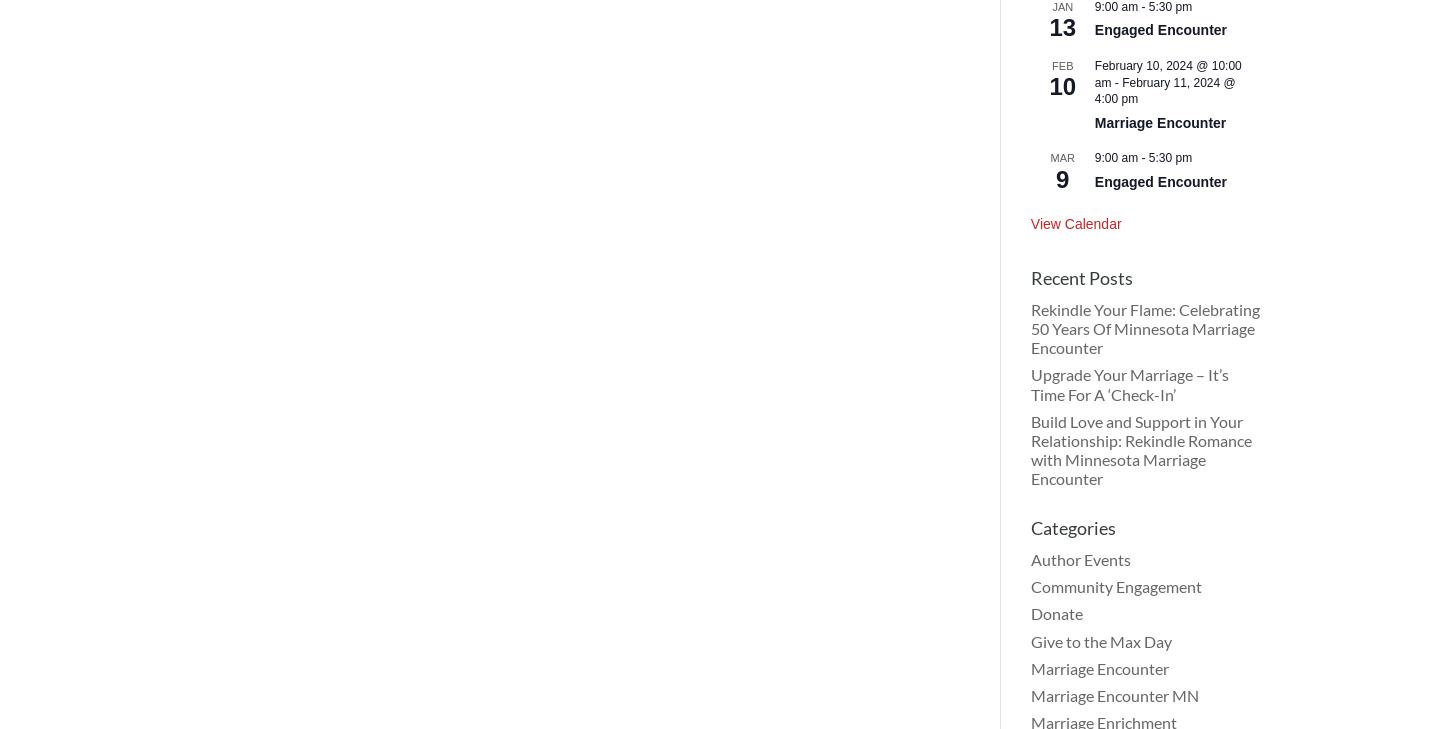 The height and width of the screenshot is (729, 1440). What do you see at coordinates (1030, 449) in the screenshot?
I see `'Build Love and Support in Your Relationship: Rekindle Romance with Minnesota Marriage Encounter'` at bounding box center [1030, 449].